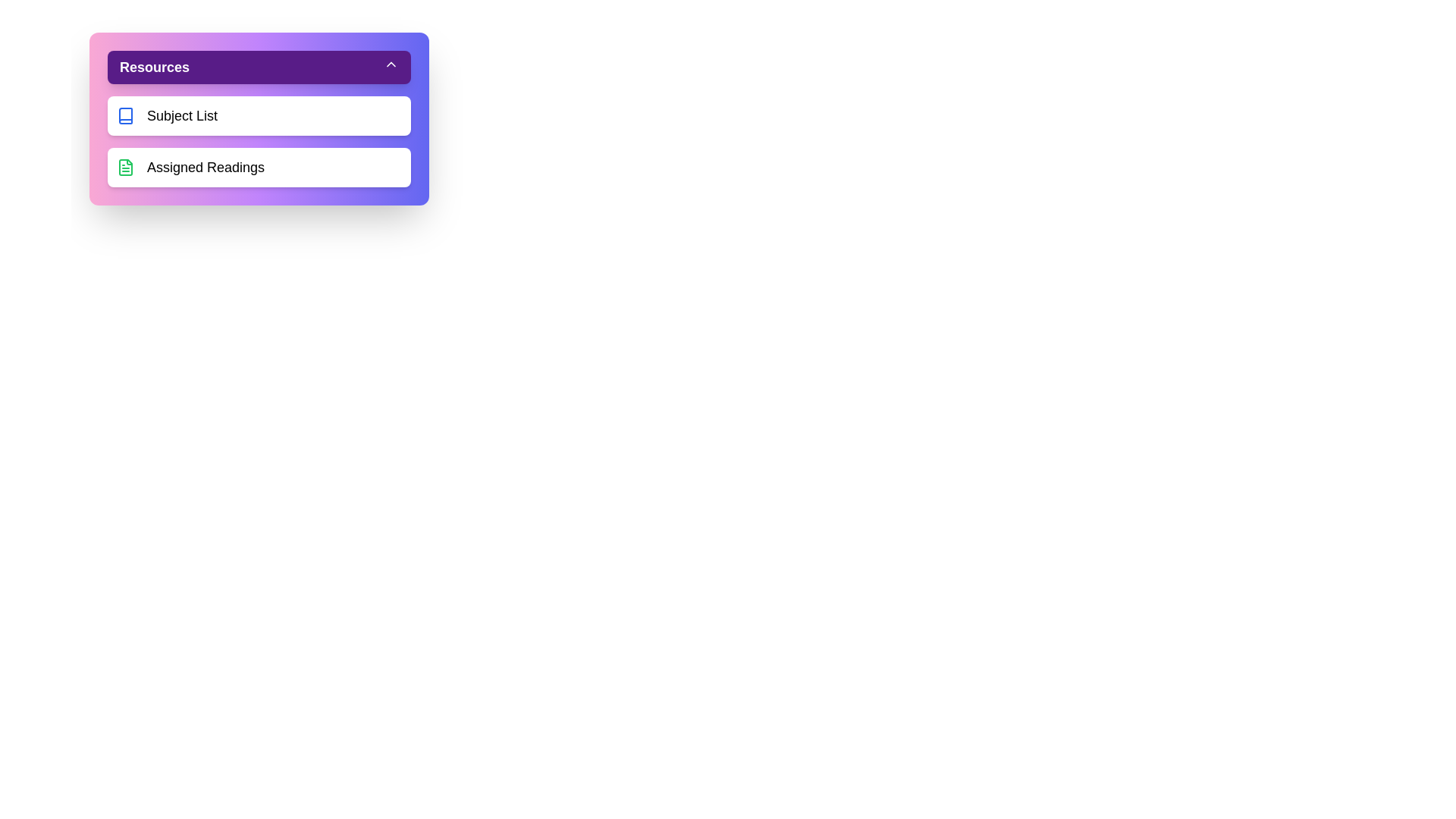 This screenshot has width=1456, height=819. What do you see at coordinates (259, 167) in the screenshot?
I see `the 'Assigned Readings' list item located at the bottom of the 'Resources' dropdown` at bounding box center [259, 167].